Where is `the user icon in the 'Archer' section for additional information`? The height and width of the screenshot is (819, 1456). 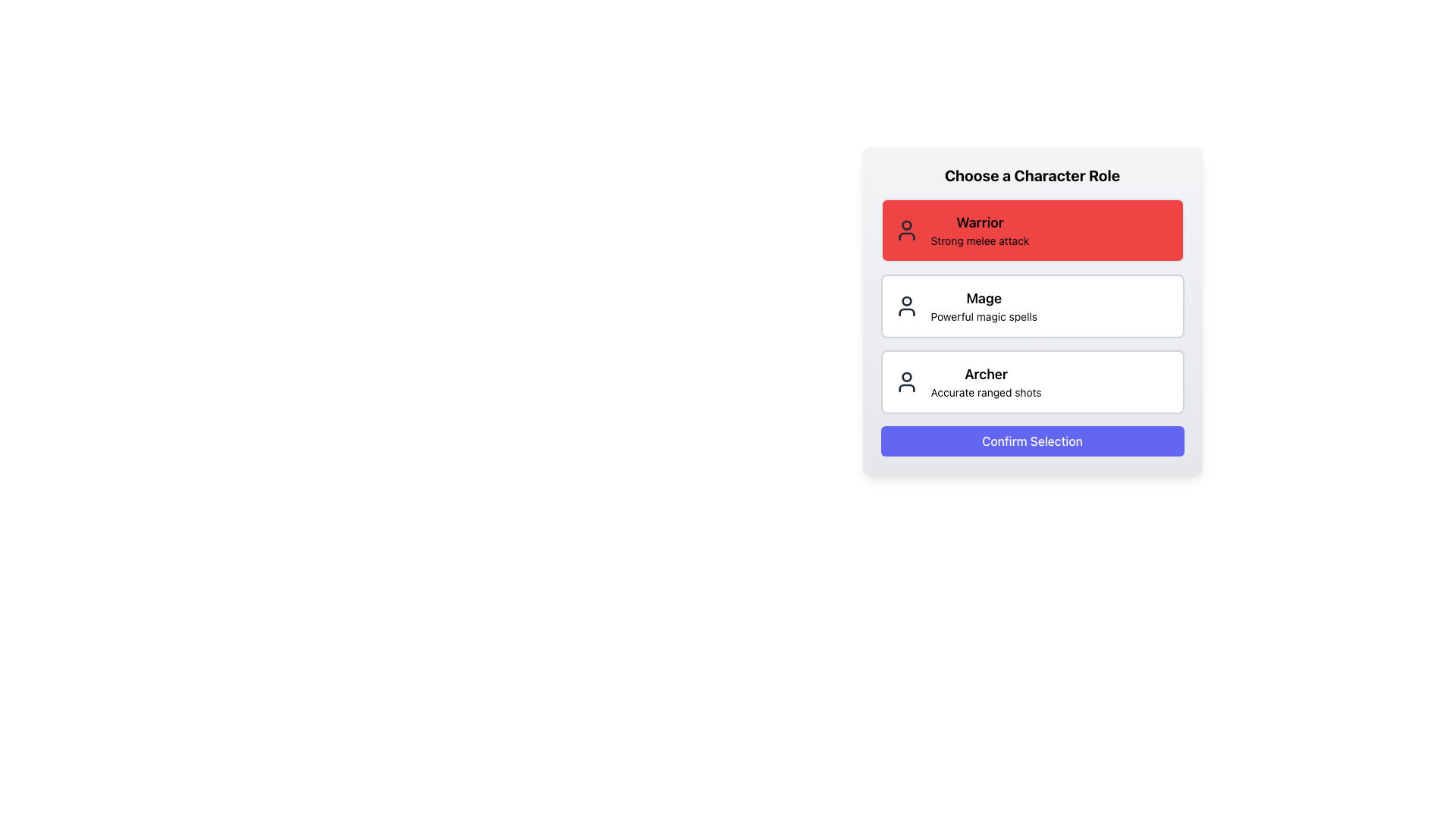 the user icon in the 'Archer' section for additional information is located at coordinates (906, 381).